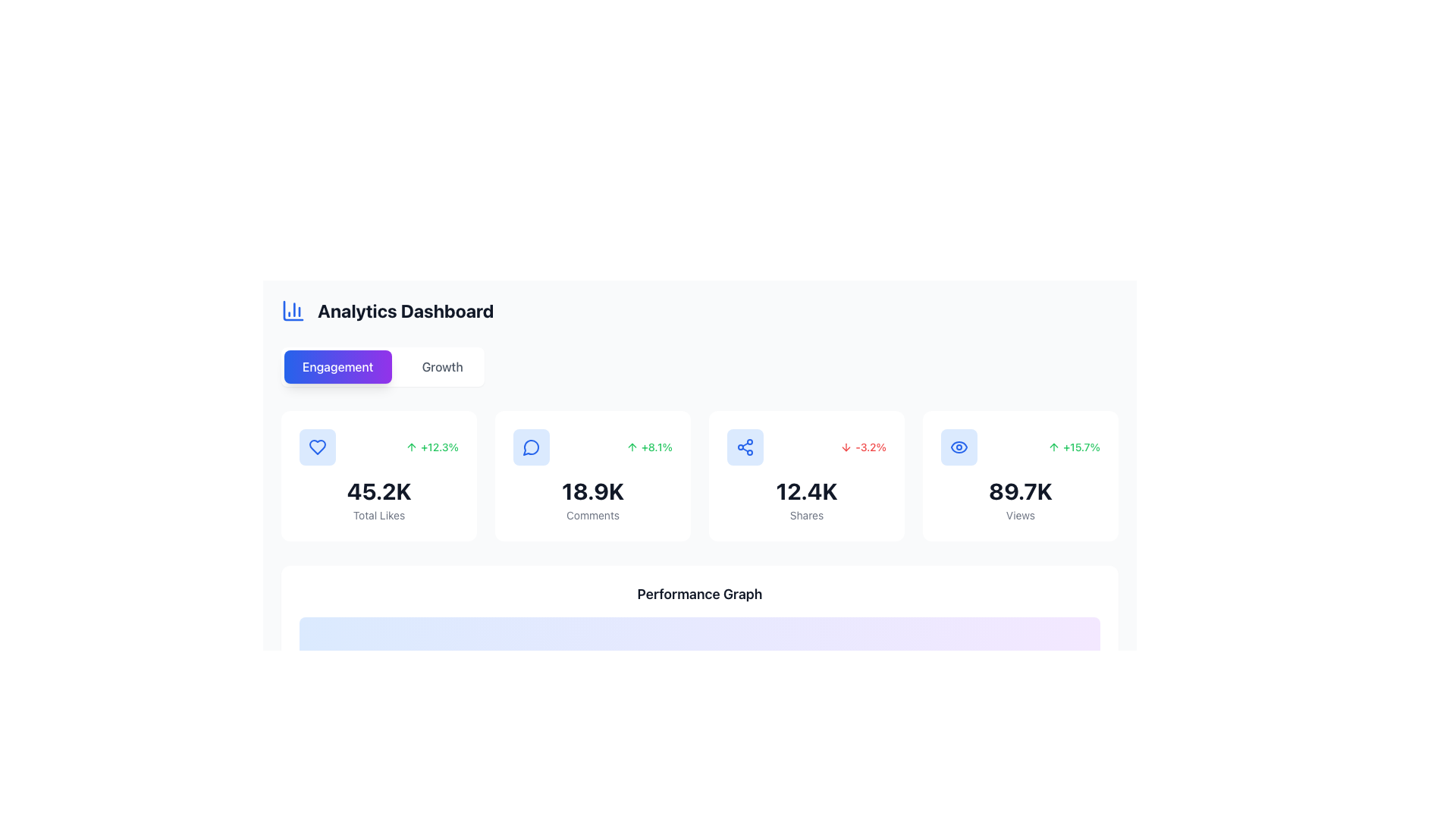 The height and width of the screenshot is (819, 1456). Describe the element at coordinates (1020, 447) in the screenshot. I see `percentage value indicator showing '89.7K Views' in the top section of the card on the rightmost side of the dashboard, which is visually represented with a '+' and green color for a positive change` at that location.